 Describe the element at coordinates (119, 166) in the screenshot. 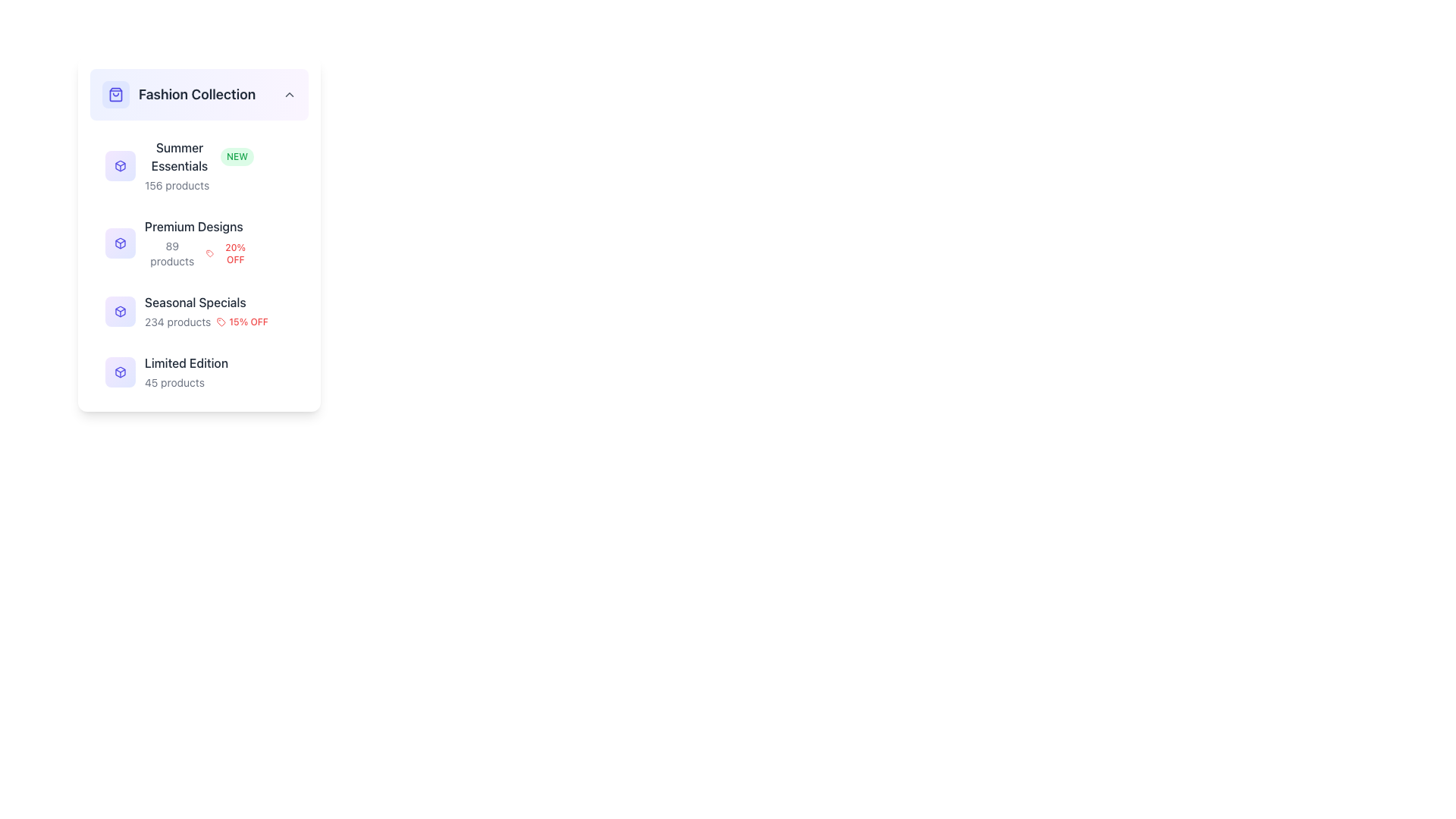

I see `the indigo cube-shaped icon within the 'Fashion Collection' menu, which represents 'Summer Essentials'` at that location.